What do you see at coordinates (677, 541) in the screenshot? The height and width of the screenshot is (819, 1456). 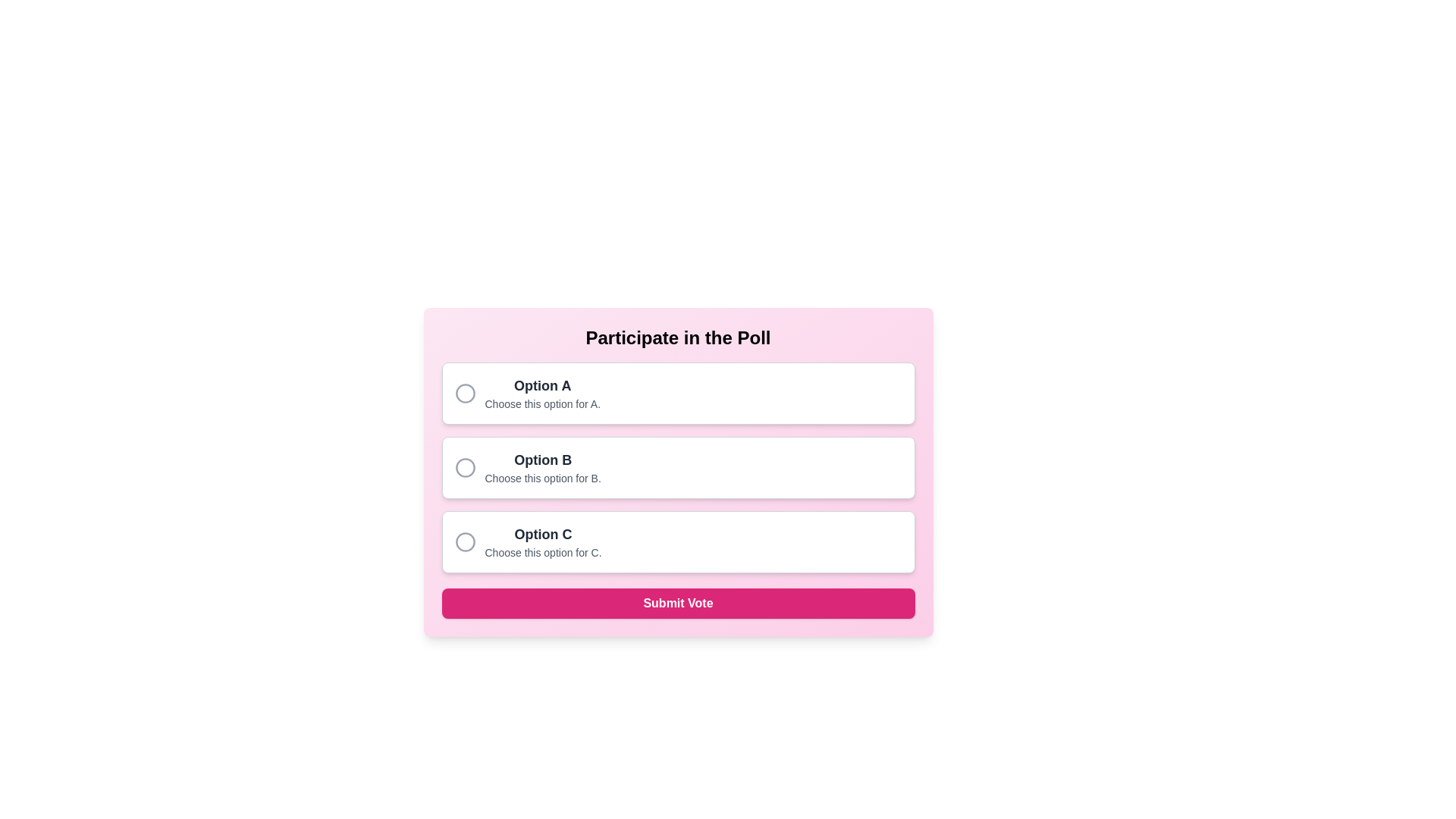 I see `title and description of the selectable card that includes a radio button for 'Option C', which is the third card in a vertical list of options` at bounding box center [677, 541].